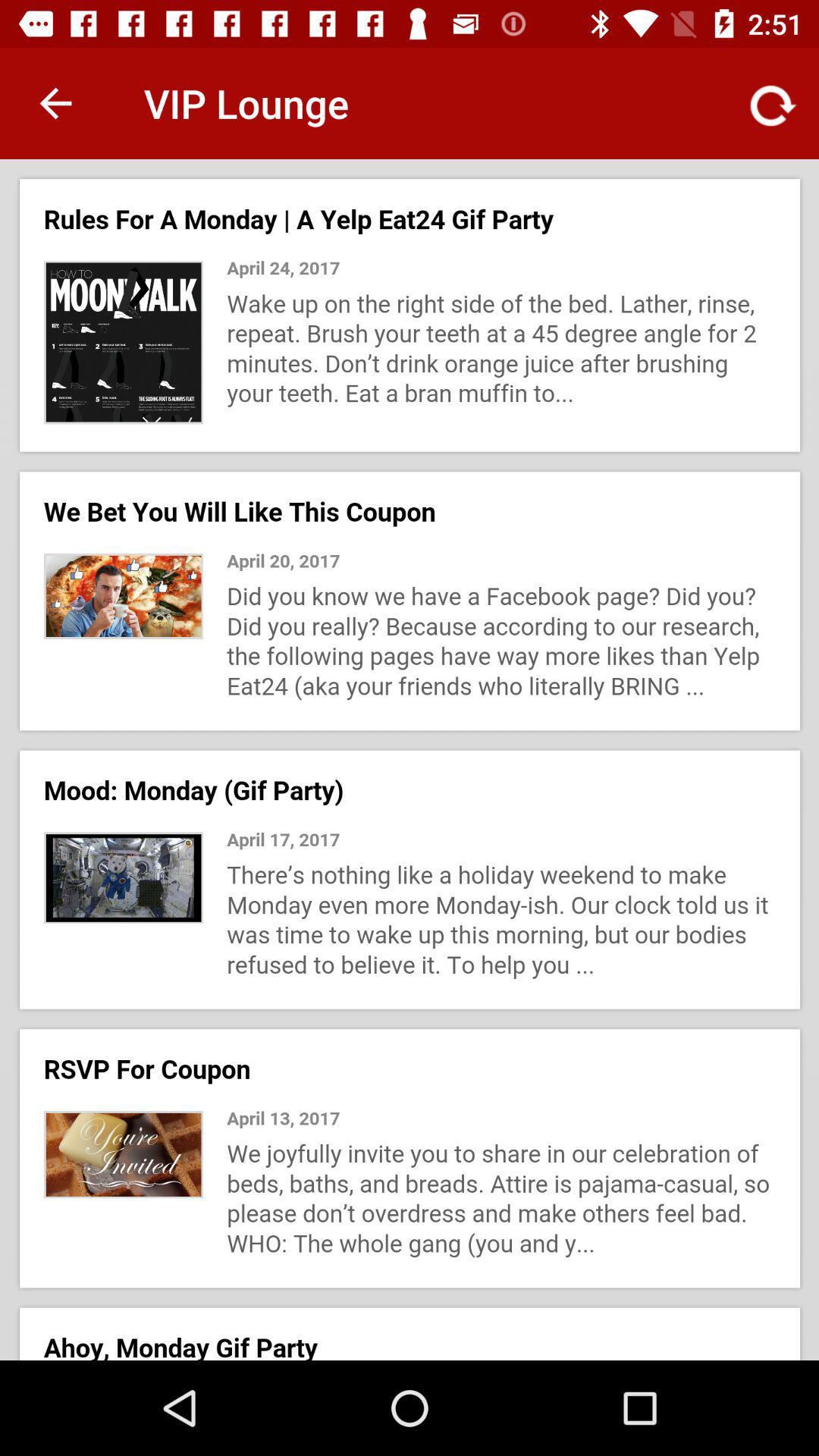 The image size is (819, 1456). I want to click on coupon, so click(409, 760).